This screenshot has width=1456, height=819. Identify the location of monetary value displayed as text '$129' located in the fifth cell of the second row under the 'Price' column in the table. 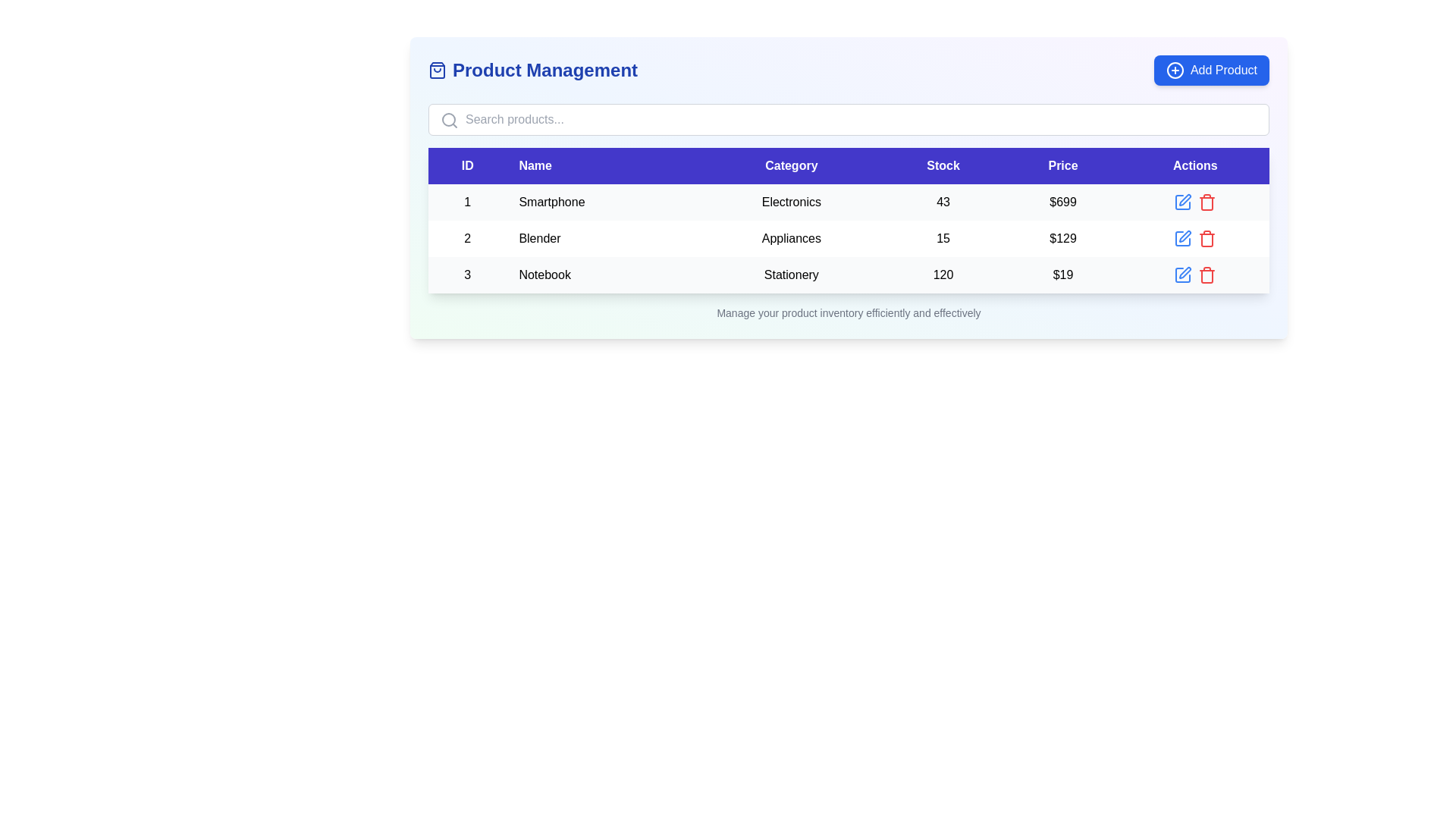
(1062, 239).